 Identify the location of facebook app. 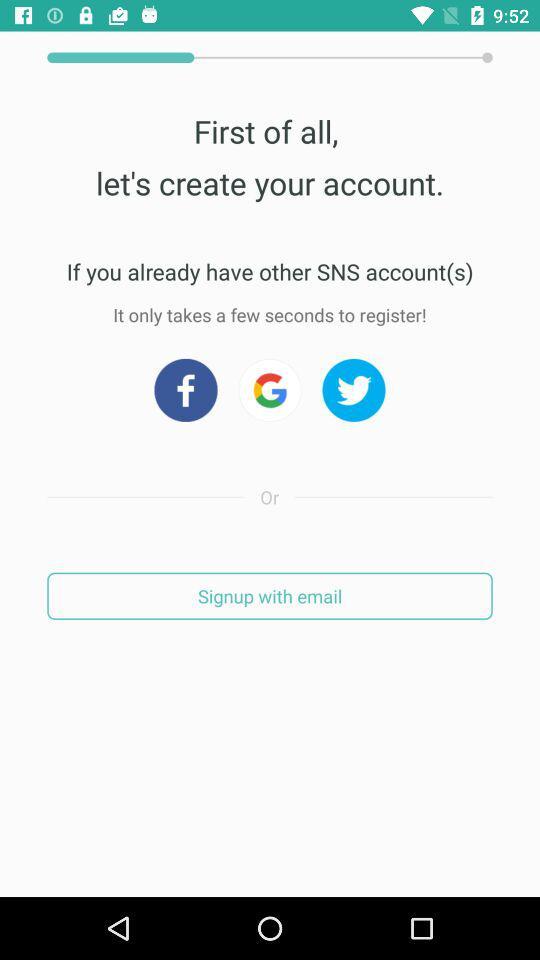
(185, 389).